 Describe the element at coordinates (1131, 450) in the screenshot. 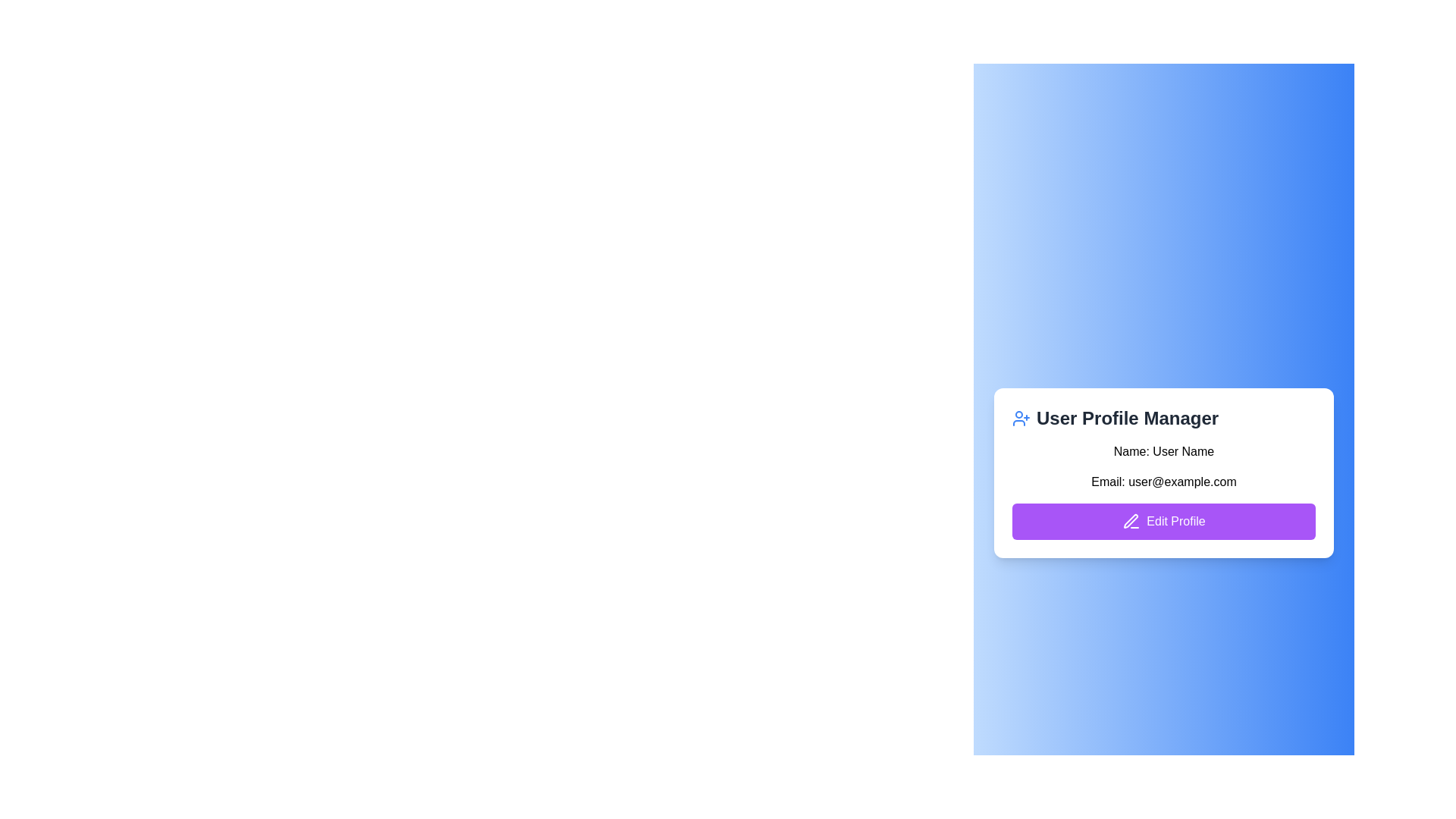

I see `the bold label displaying the text 'Name:', which is aligned to the left of 'User Name' and below 'User Profile Manager'` at that location.